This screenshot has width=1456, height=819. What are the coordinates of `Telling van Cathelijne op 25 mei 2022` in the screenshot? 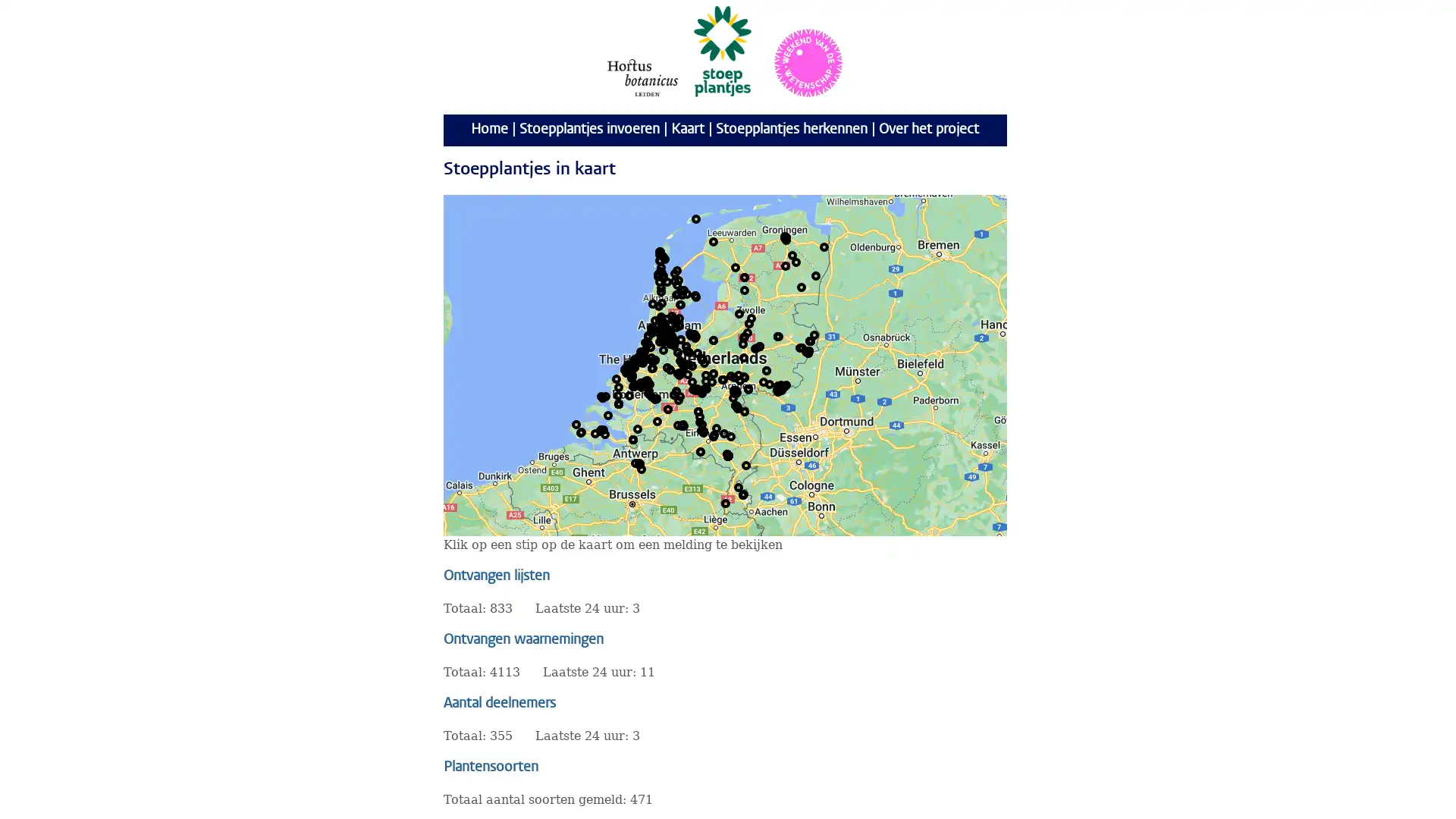 It's located at (680, 425).